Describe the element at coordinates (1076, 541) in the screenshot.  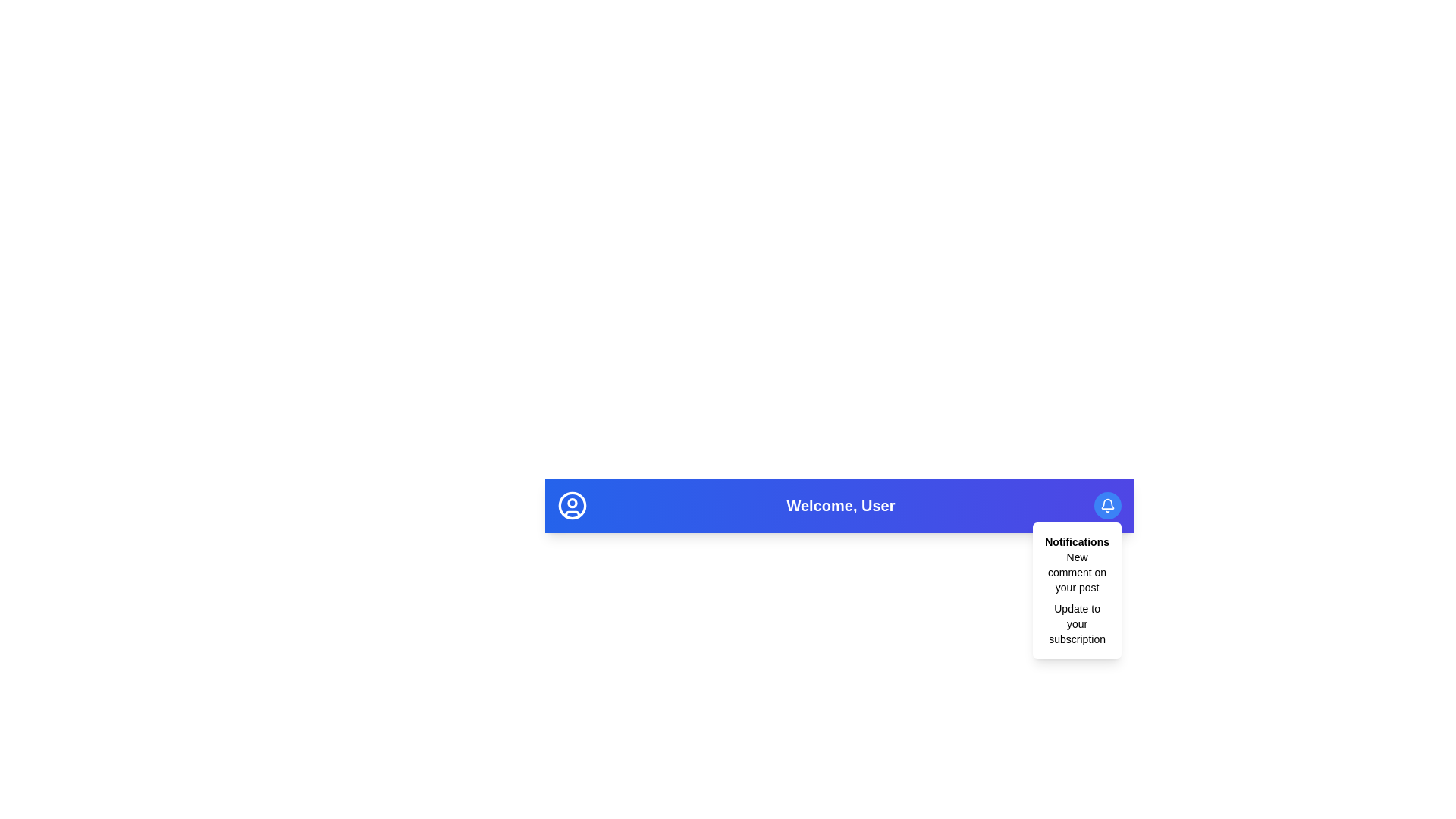
I see `the 'Notifications' text label located in the dropdown menu at the top-right corner of the interface, which indicates the category of subsequent content` at that location.